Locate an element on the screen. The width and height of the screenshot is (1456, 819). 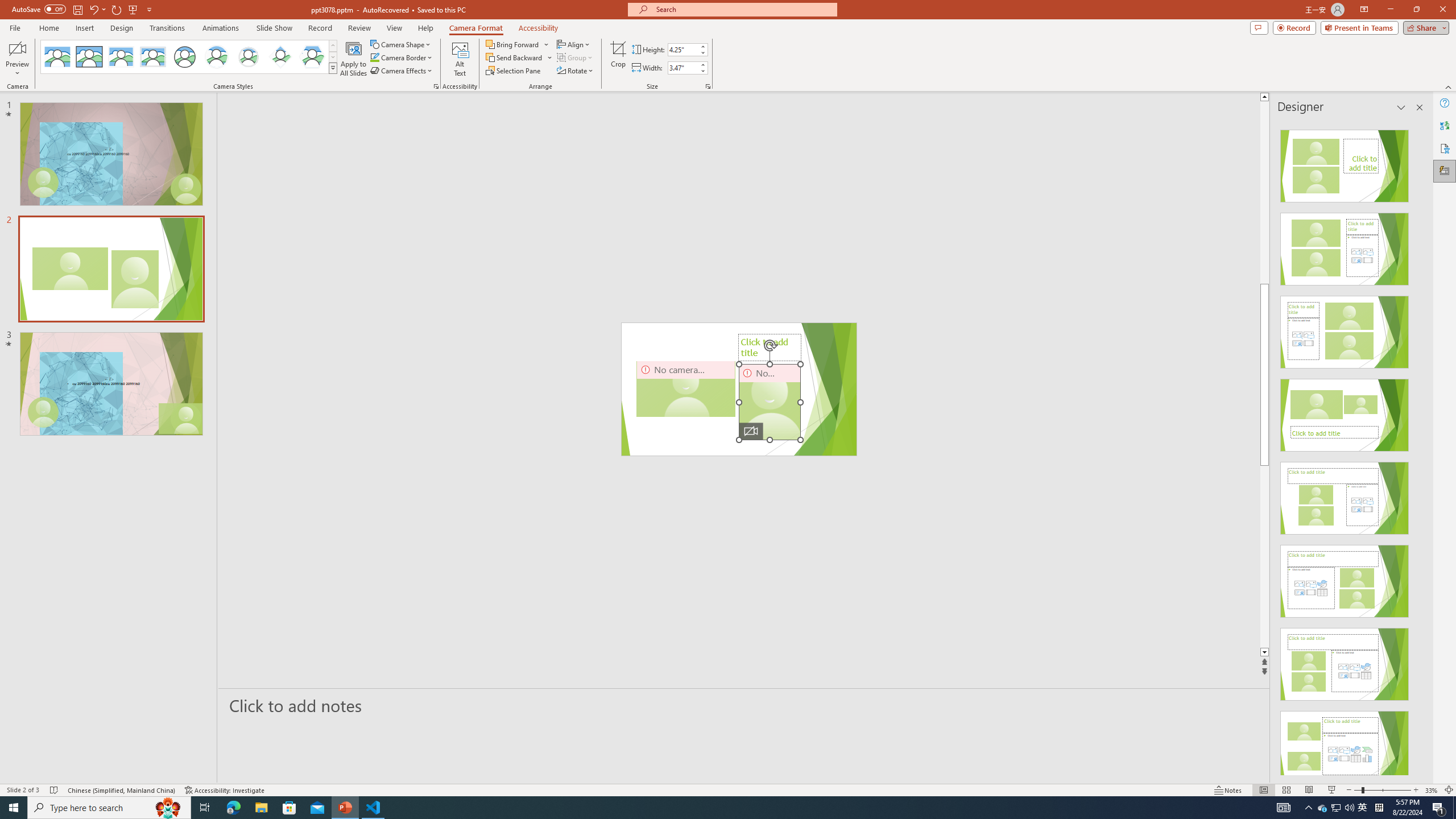
'Cameo Height' is located at coordinates (682, 49).